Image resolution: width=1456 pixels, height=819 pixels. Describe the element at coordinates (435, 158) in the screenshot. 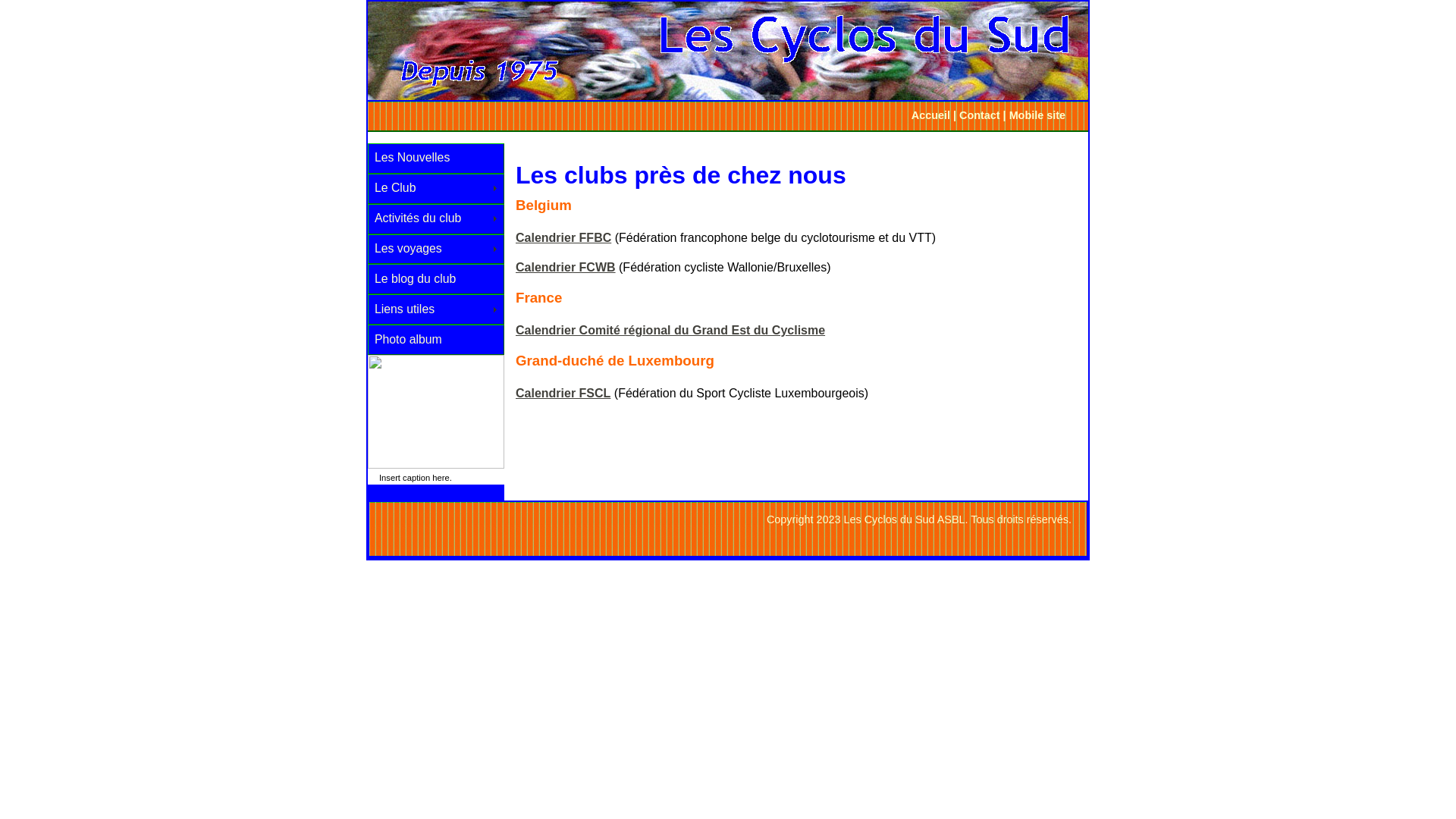

I see `'Les Nouvelles'` at that location.